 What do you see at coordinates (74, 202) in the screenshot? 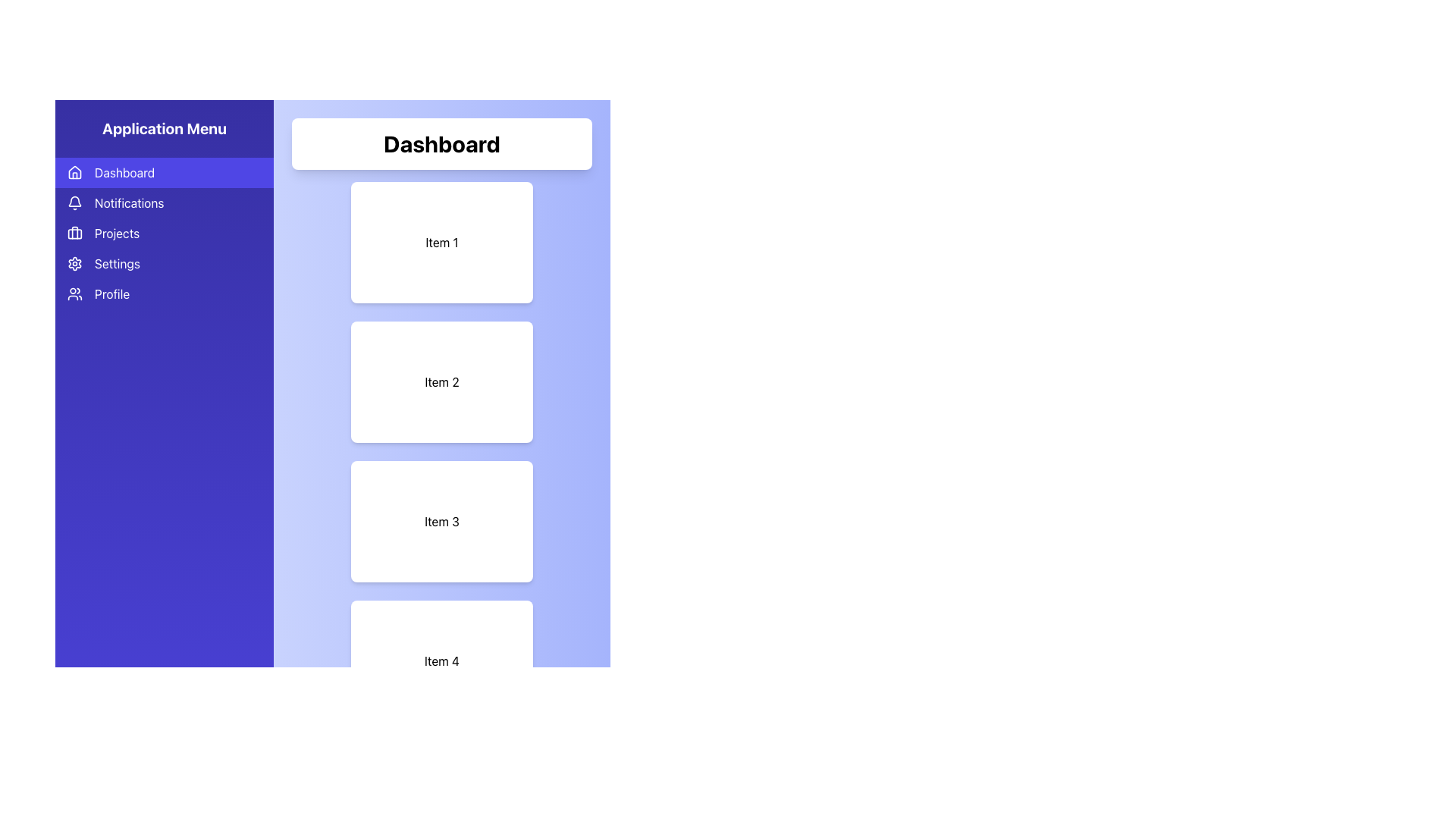
I see `the bell-shaped icon symbolizing notifications, which is located within the 'Notifications' menu item in the sidebar` at bounding box center [74, 202].